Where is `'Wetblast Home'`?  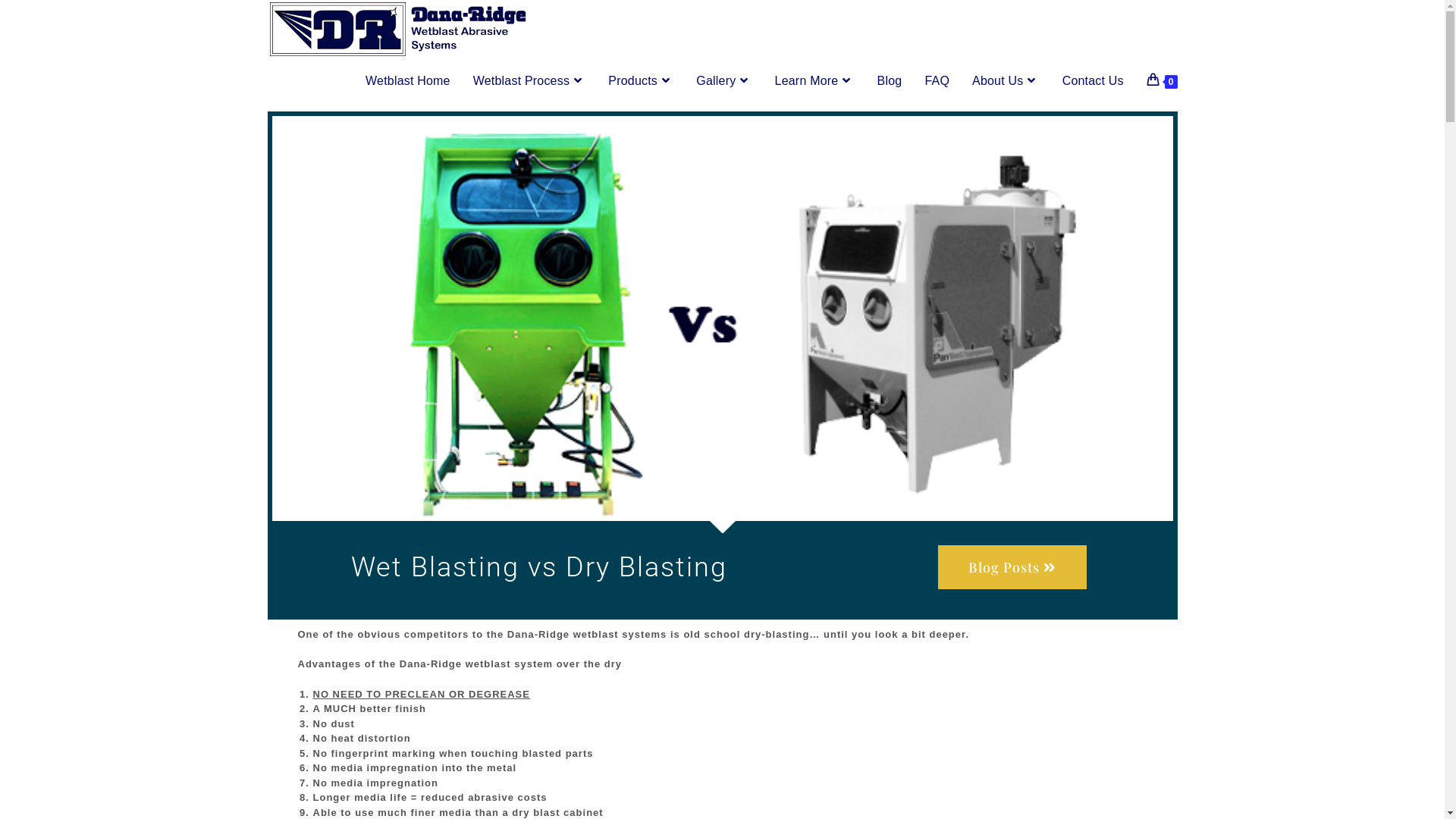 'Wetblast Home' is located at coordinates (353, 81).